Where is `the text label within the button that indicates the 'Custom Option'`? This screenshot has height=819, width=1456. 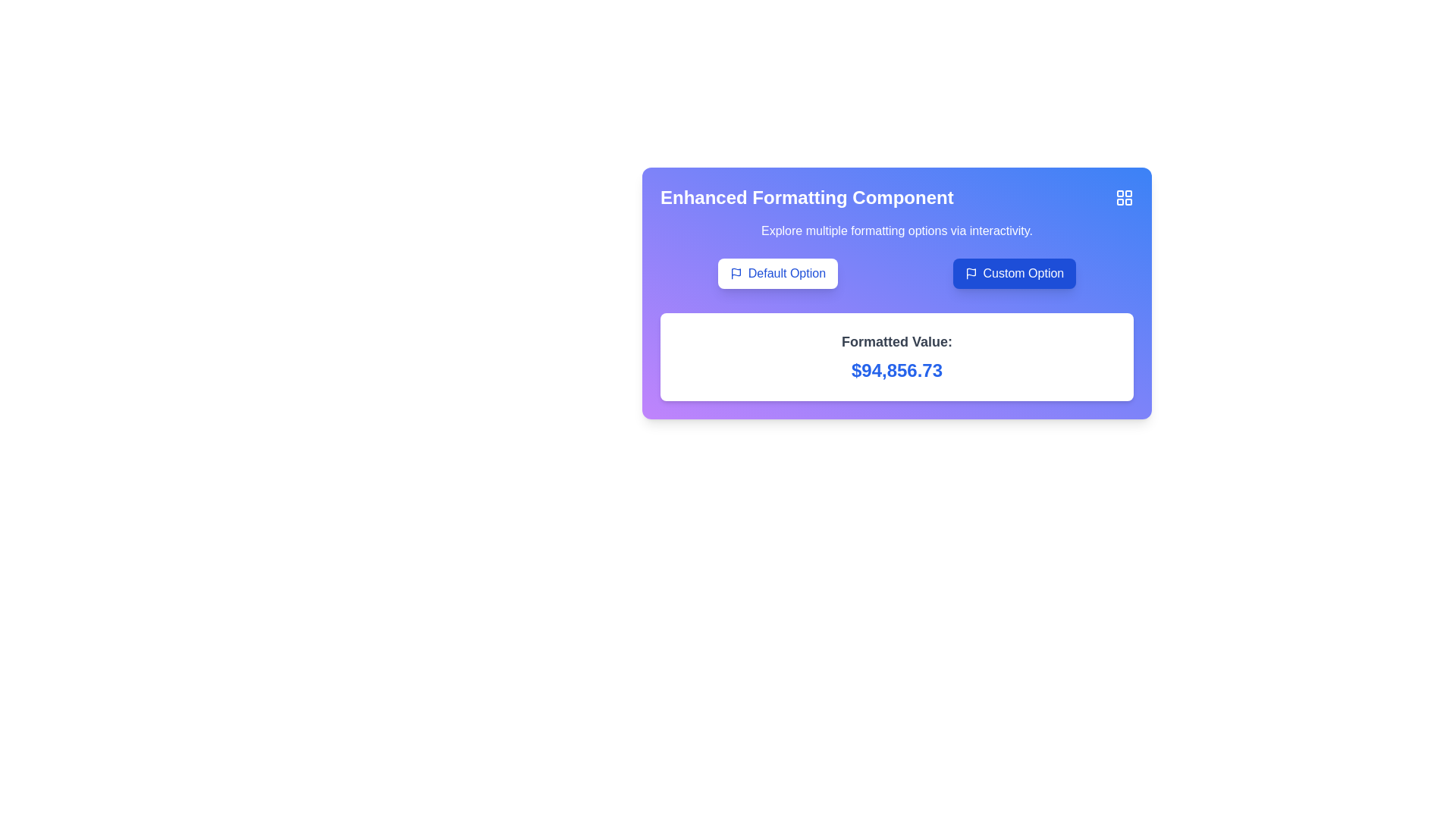
the text label within the button that indicates the 'Custom Option' is located at coordinates (1023, 274).